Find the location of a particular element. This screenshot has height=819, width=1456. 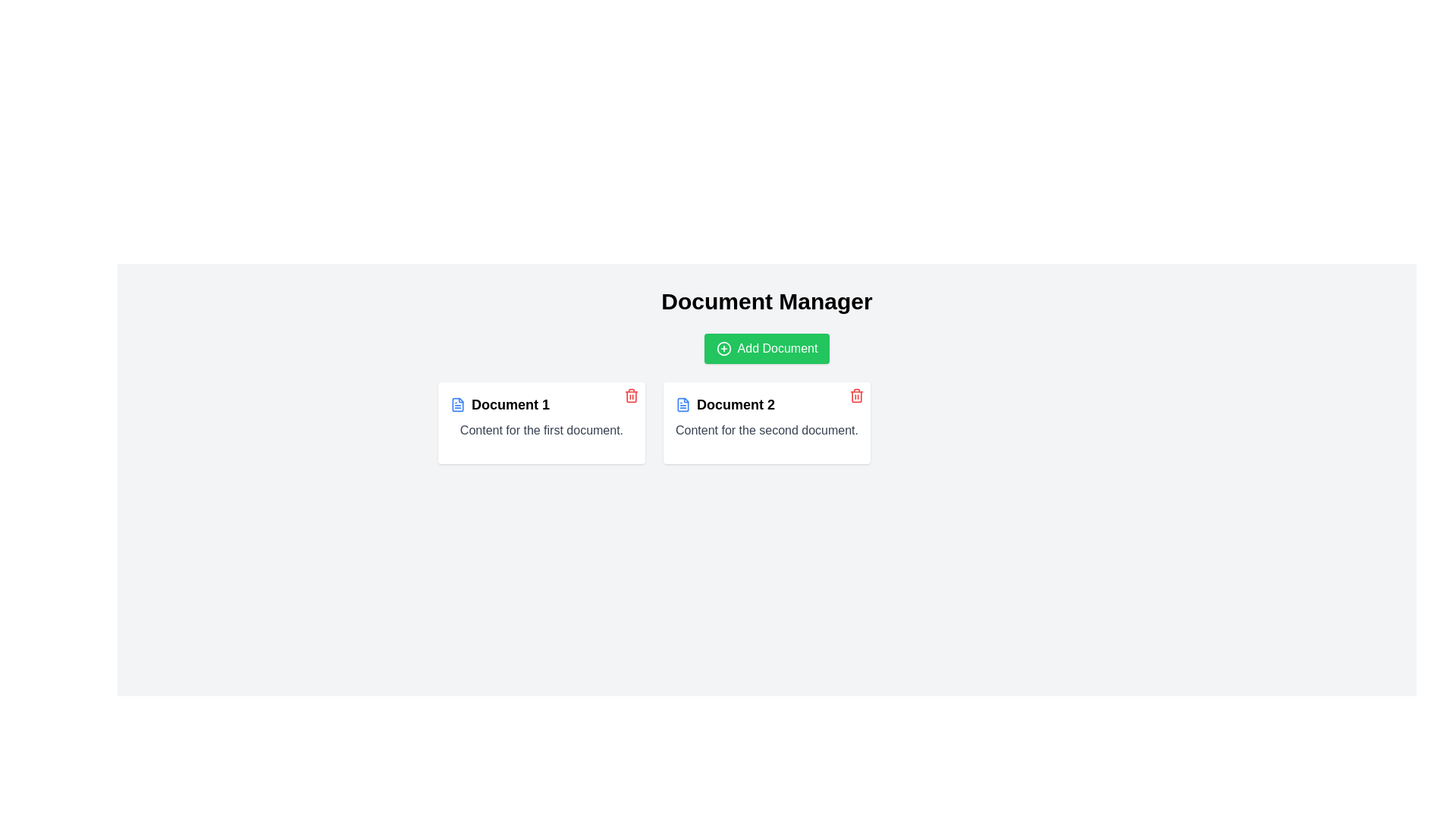

the delete button located in the upper-right corner of the card displaying 'Document 1' is located at coordinates (631, 394).